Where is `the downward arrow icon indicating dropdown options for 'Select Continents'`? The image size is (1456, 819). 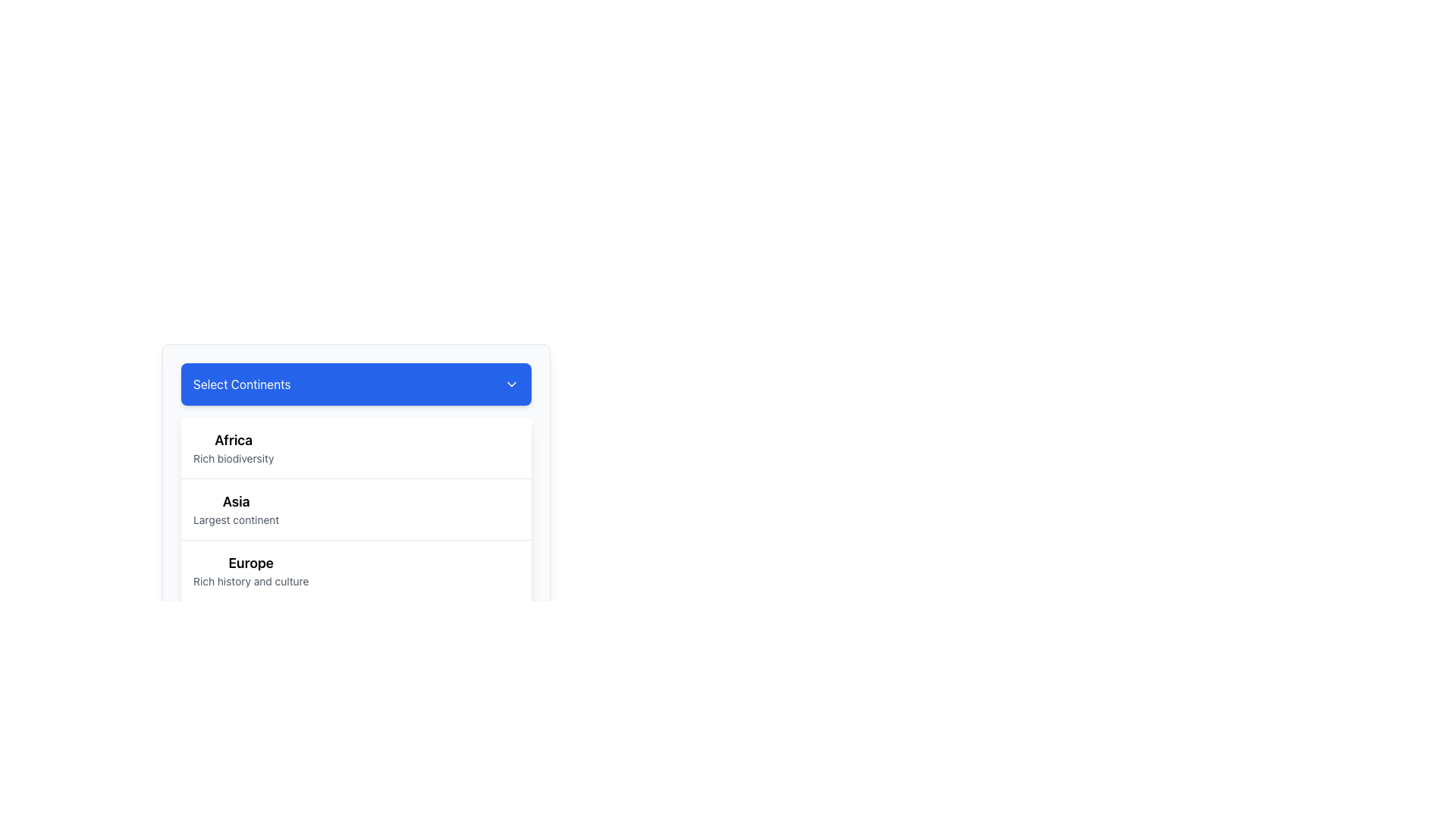 the downward arrow icon indicating dropdown options for 'Select Continents' is located at coordinates (512, 383).